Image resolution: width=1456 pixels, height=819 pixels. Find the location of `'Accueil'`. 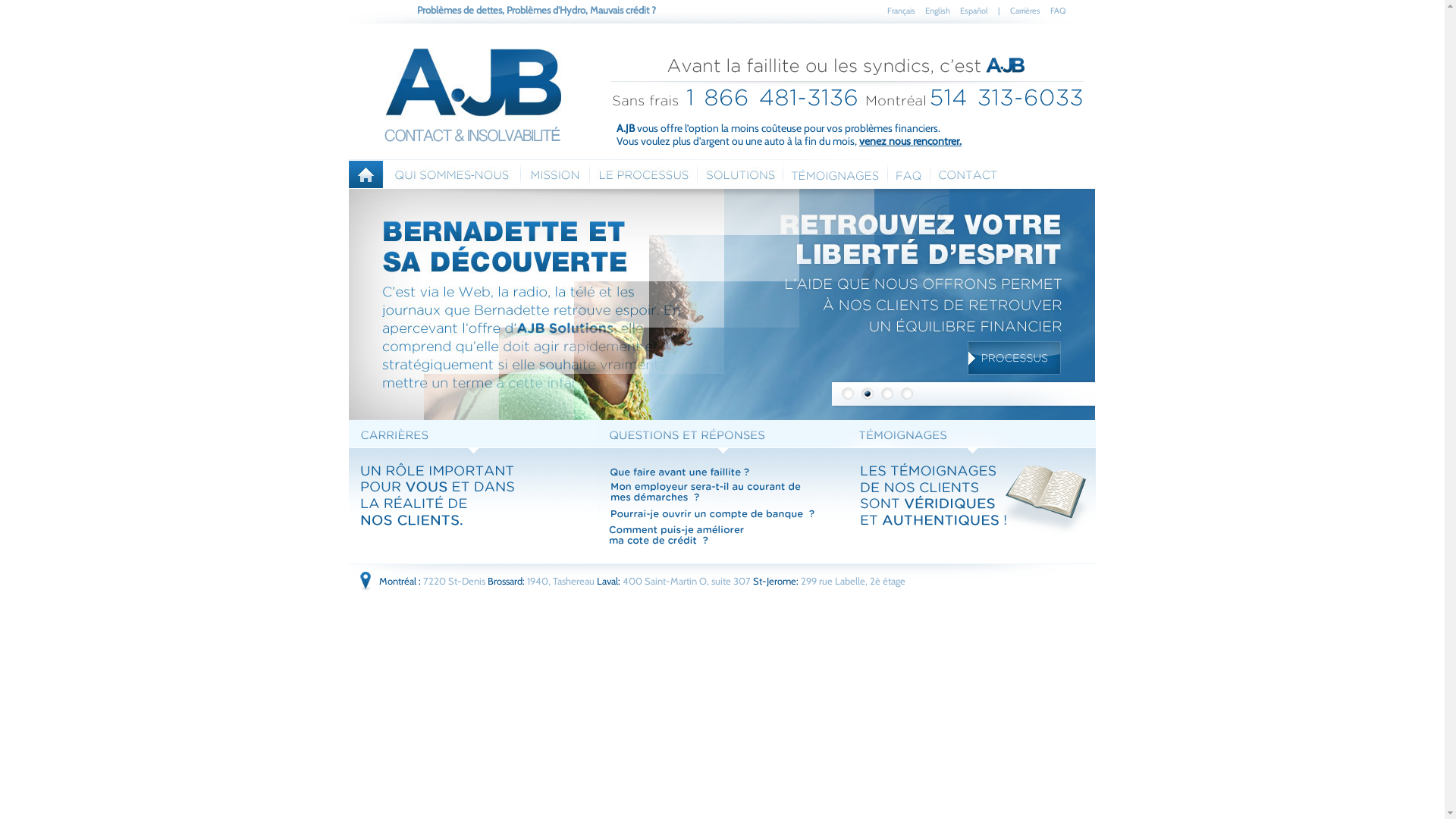

'Accueil' is located at coordinates (366, 174).